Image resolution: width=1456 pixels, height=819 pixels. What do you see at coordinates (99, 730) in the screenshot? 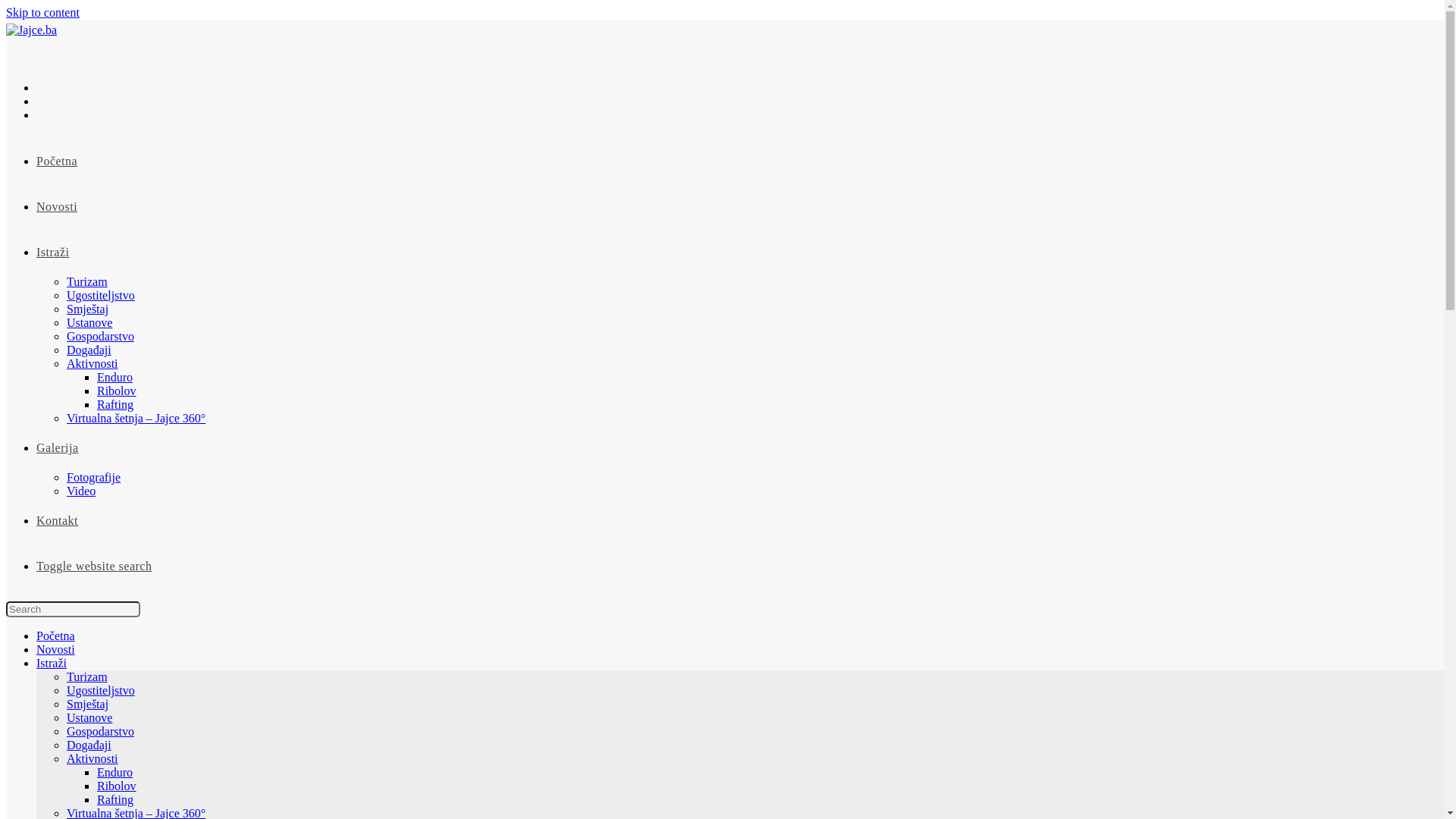
I see `'Gospodarstvo'` at bounding box center [99, 730].